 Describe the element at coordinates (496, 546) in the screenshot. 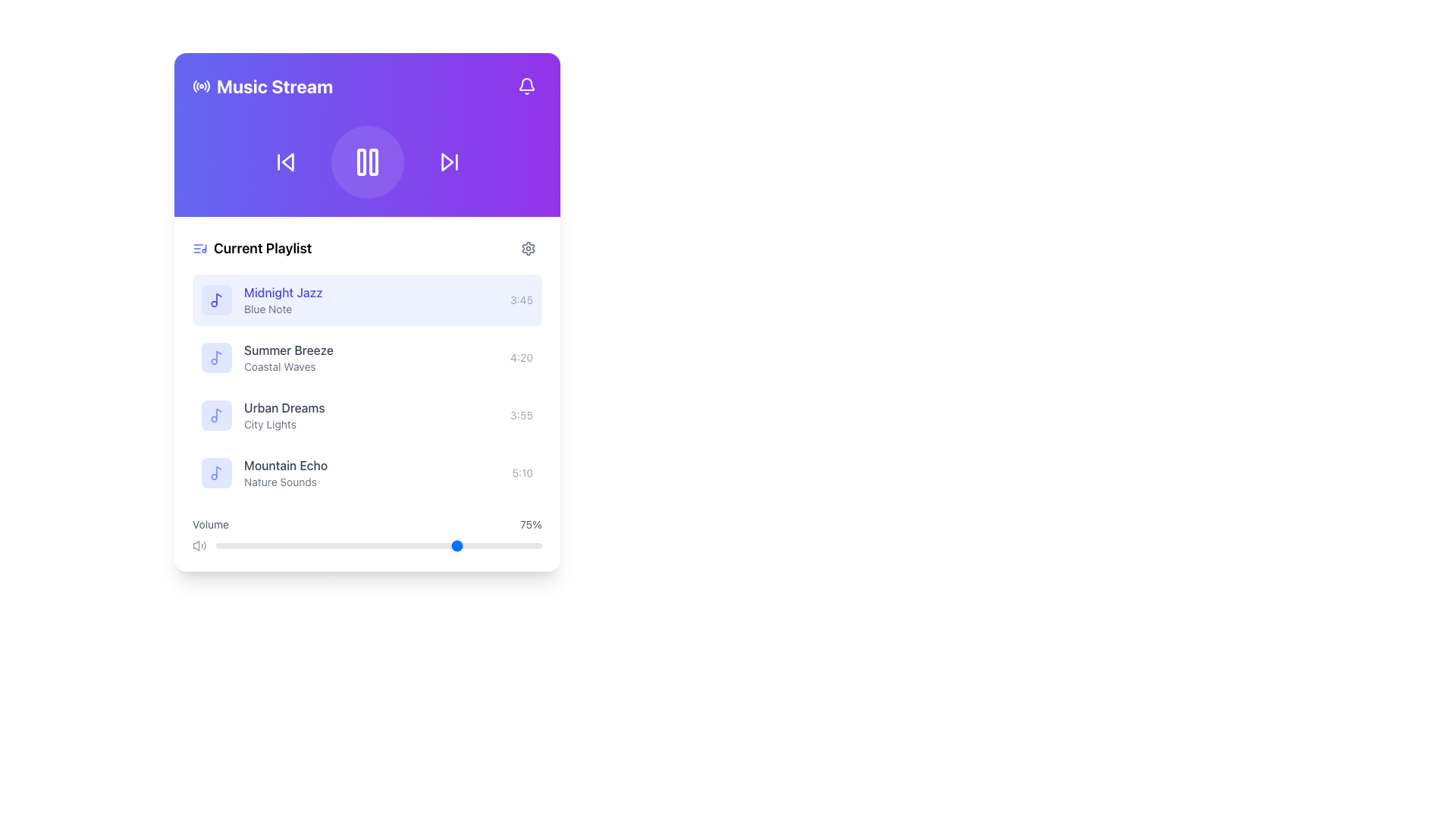

I see `the volume slider` at that location.